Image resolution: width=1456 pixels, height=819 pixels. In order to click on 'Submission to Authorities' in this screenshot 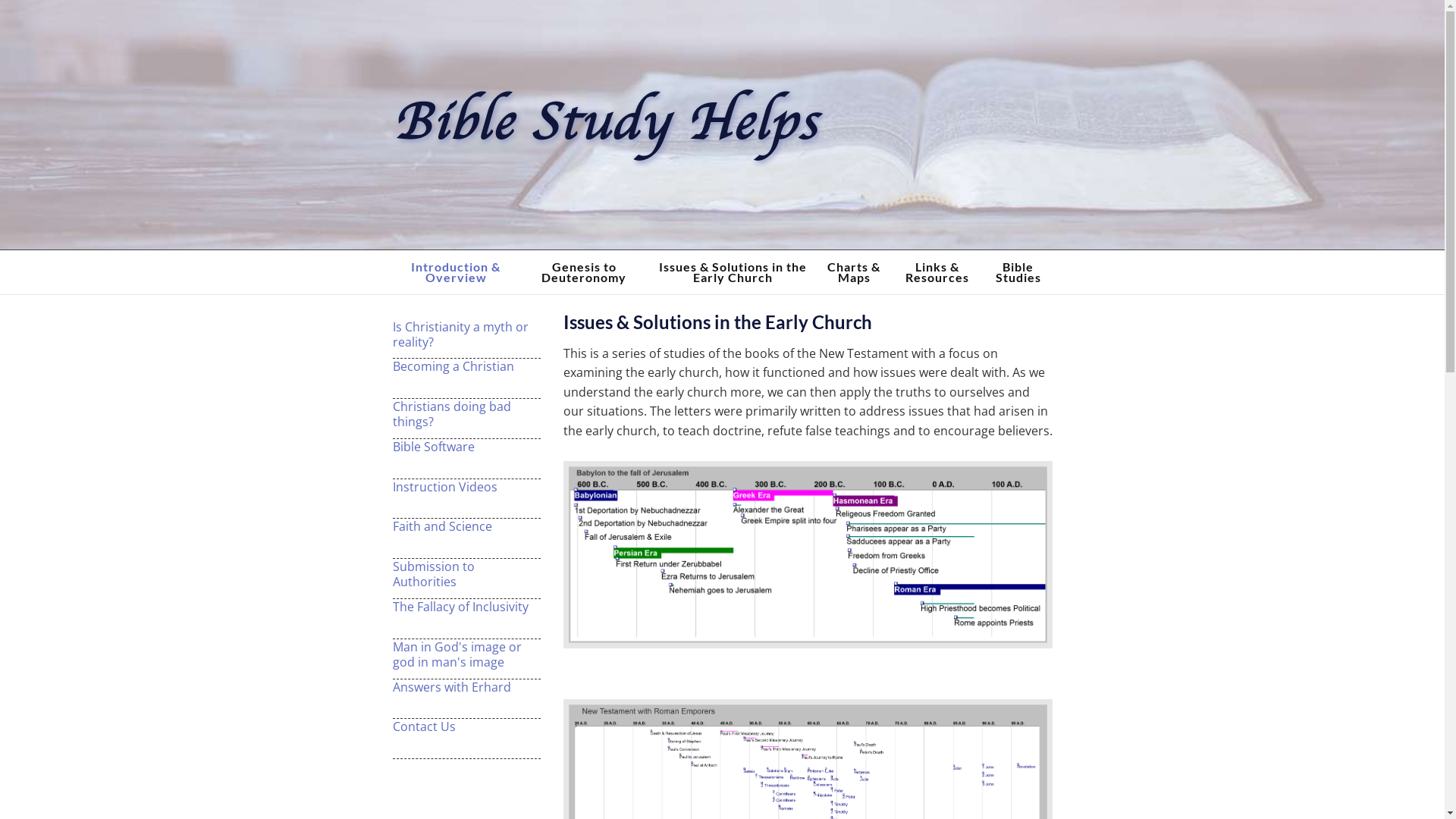, I will do `click(466, 573)`.